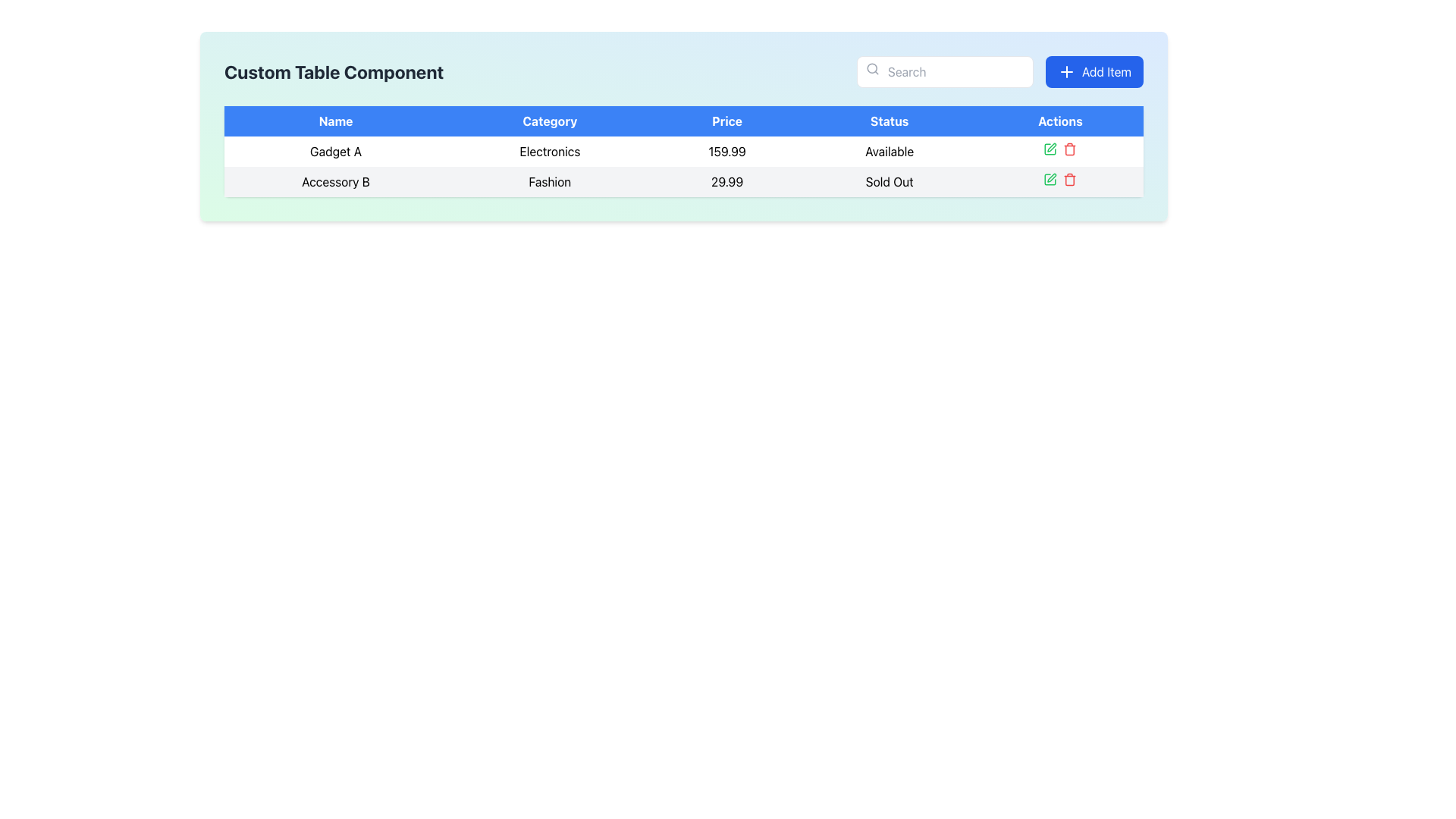 The width and height of the screenshot is (1456, 819). Describe the element at coordinates (873, 69) in the screenshot. I see `the small circular magnifying glass icon, which is gray in color and located inside the search bar, positioned towards the top left adjacent to the input field` at that location.